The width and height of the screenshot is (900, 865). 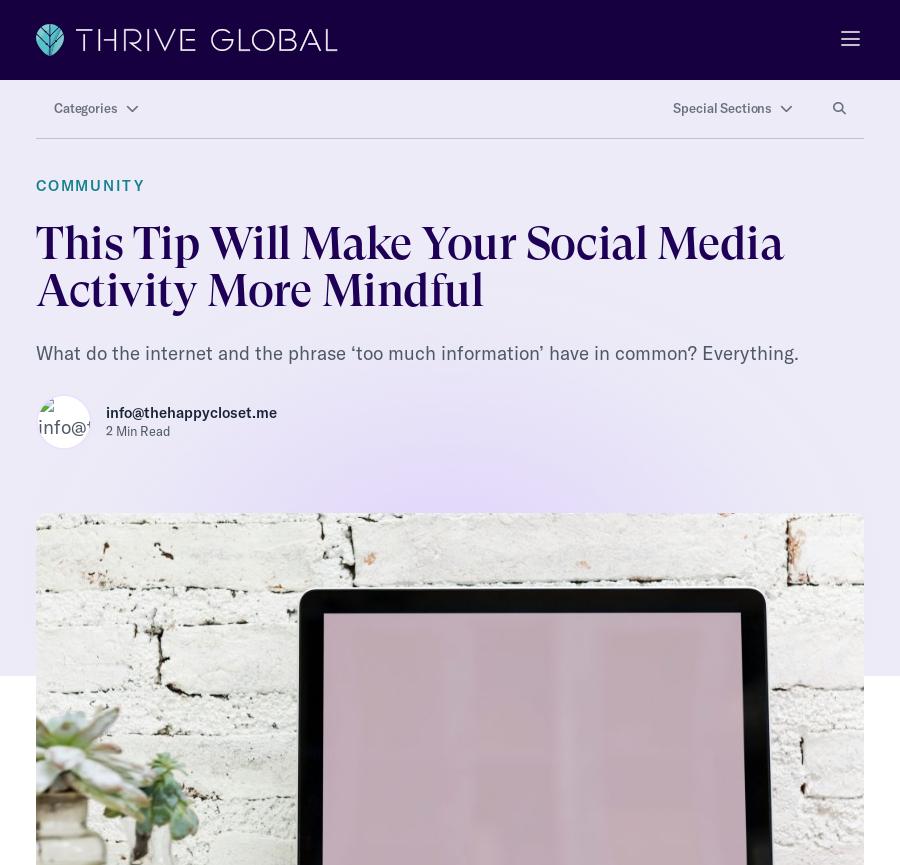 What do you see at coordinates (257, 396) in the screenshot?
I see `'info@thehappycloset.me'` at bounding box center [257, 396].